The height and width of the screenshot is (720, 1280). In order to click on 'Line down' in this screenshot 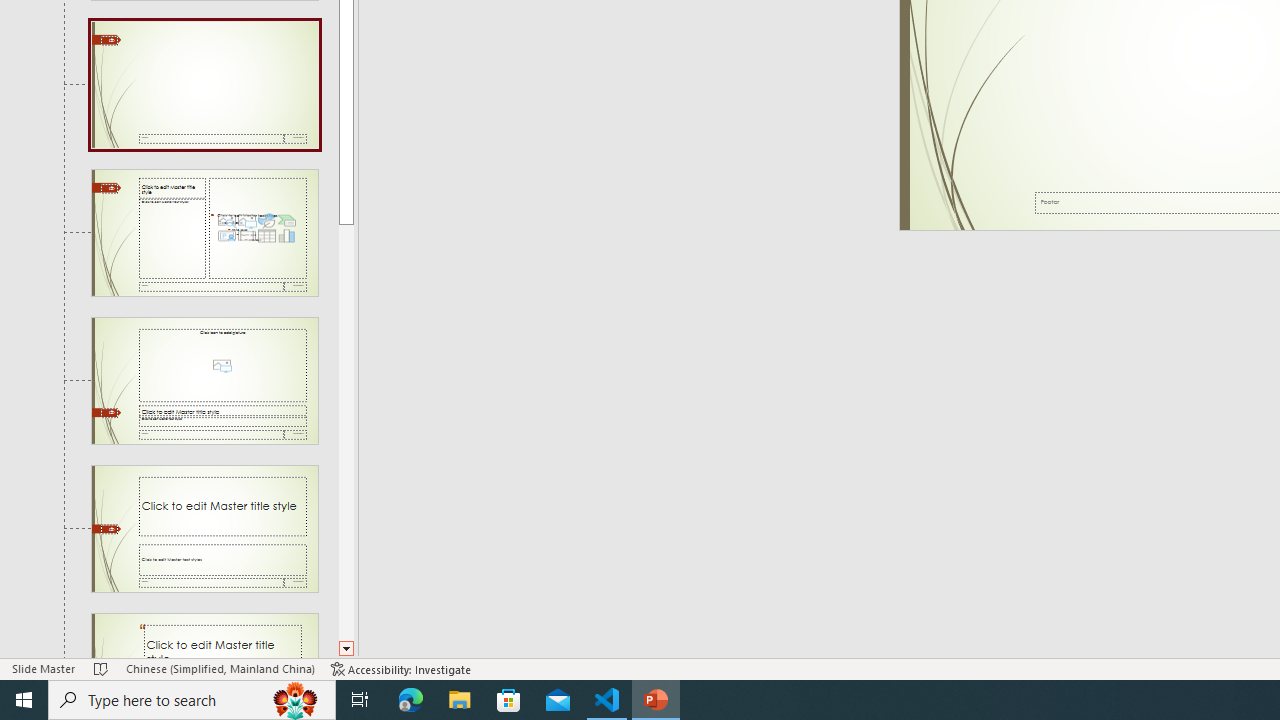, I will do `click(346, 649)`.